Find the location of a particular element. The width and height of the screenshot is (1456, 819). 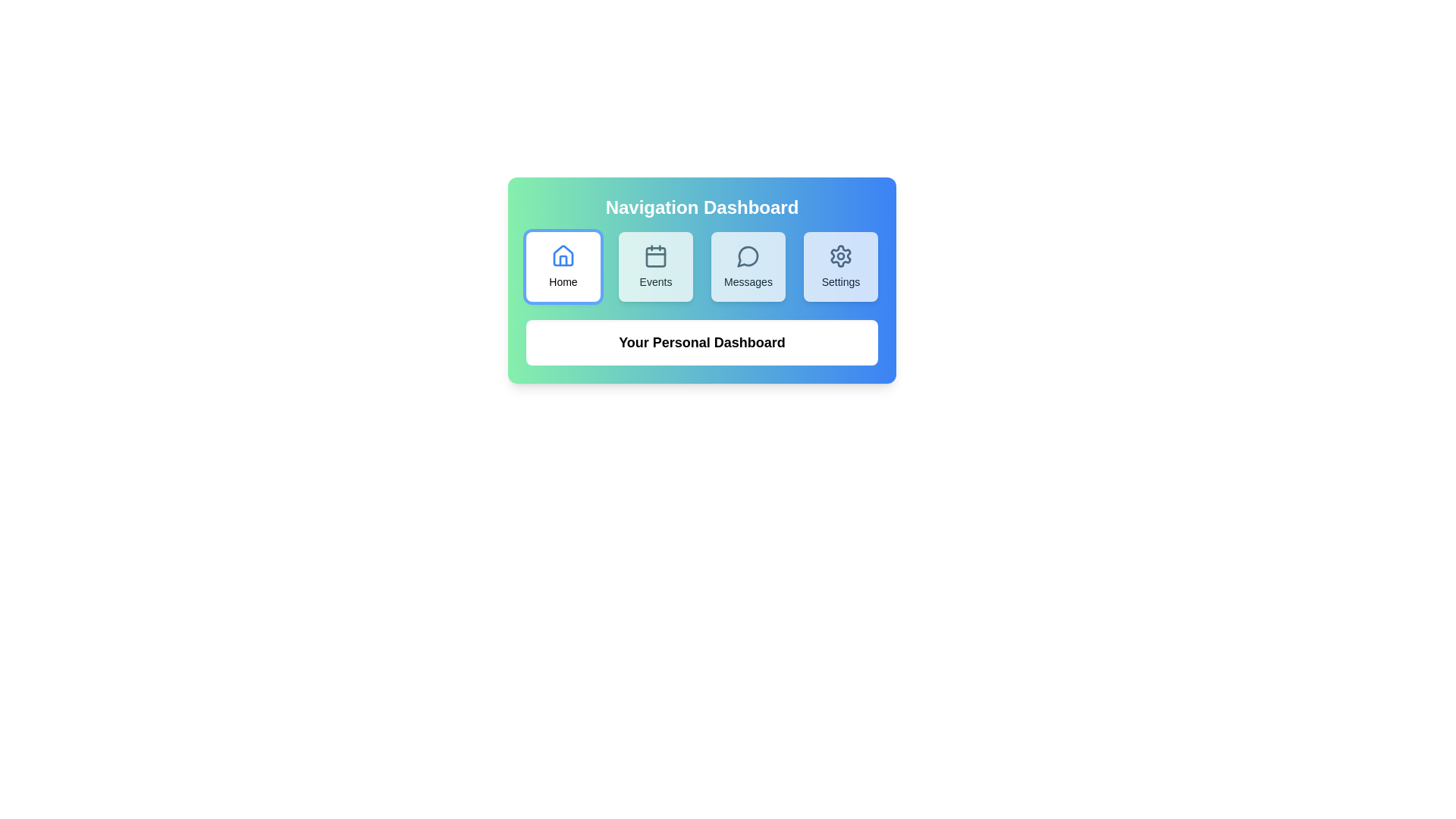

the 'Home' icon located in the first button of the navigation dashboard, positioned to the far left is located at coordinates (563, 254).